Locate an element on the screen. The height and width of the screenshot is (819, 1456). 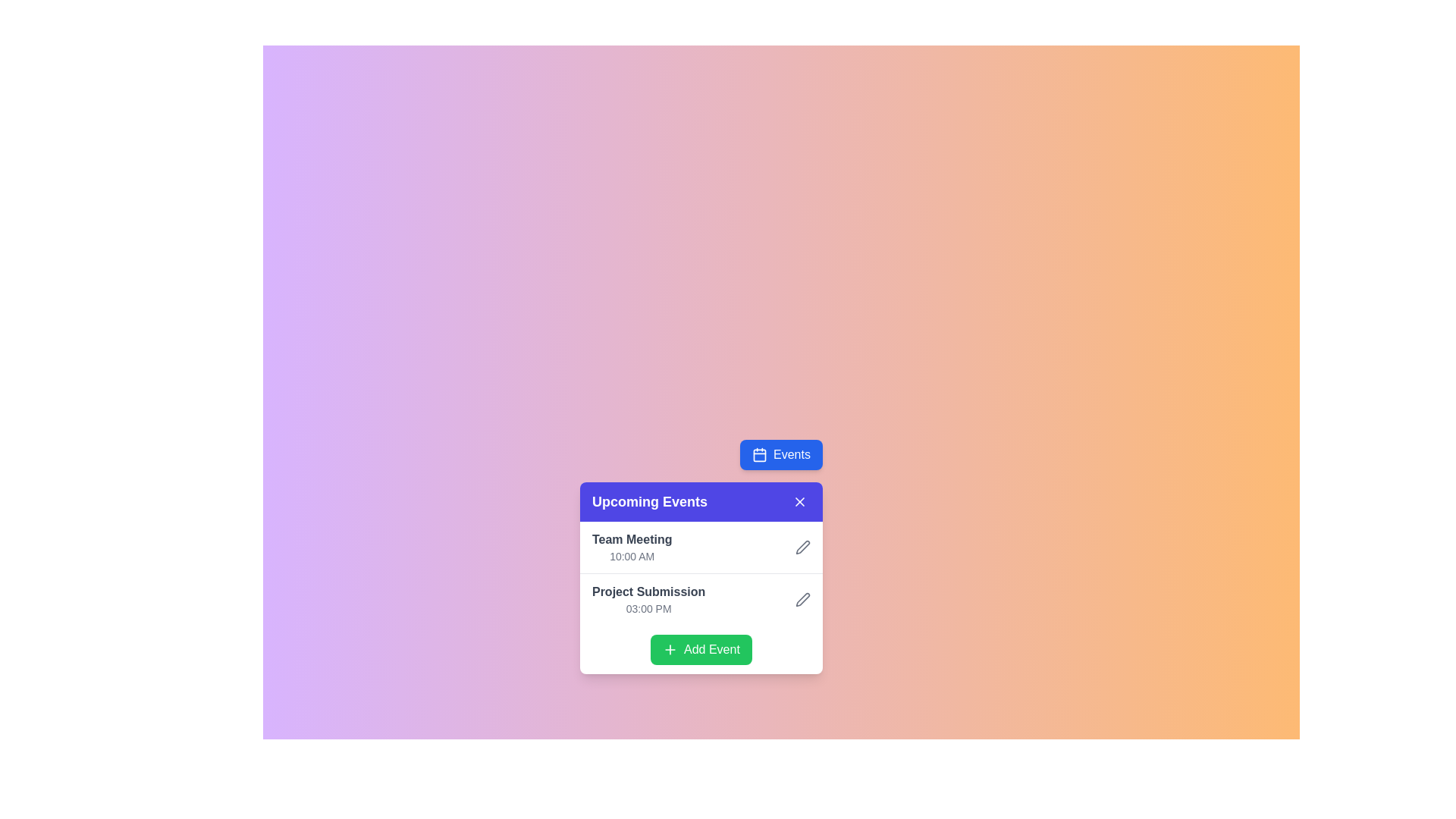
the button that triggers actions related to events, located above the 'Upcoming Events' header and near the center horizontally is located at coordinates (781, 454).